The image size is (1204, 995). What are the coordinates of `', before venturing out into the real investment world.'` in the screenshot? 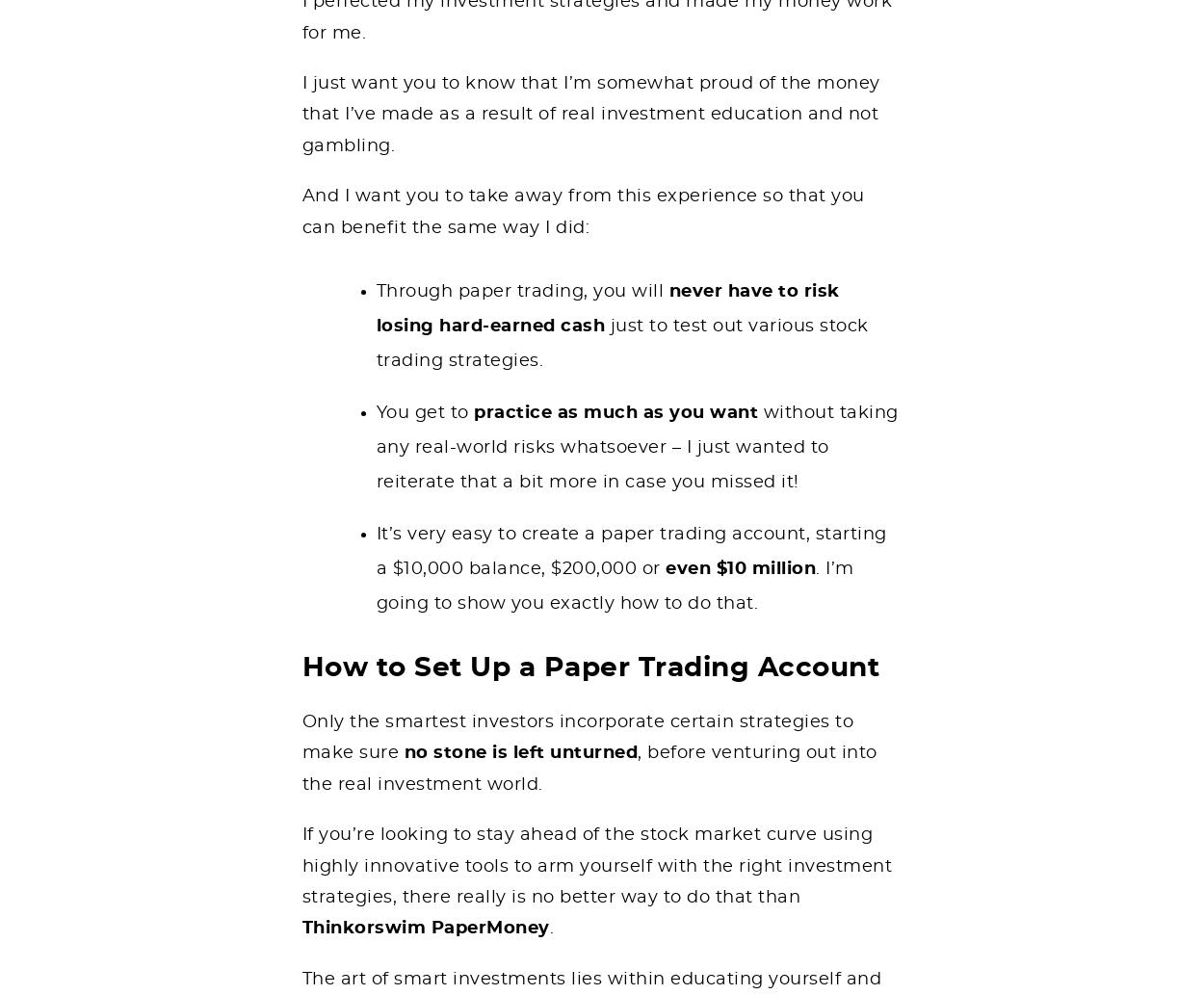 It's located at (301, 768).